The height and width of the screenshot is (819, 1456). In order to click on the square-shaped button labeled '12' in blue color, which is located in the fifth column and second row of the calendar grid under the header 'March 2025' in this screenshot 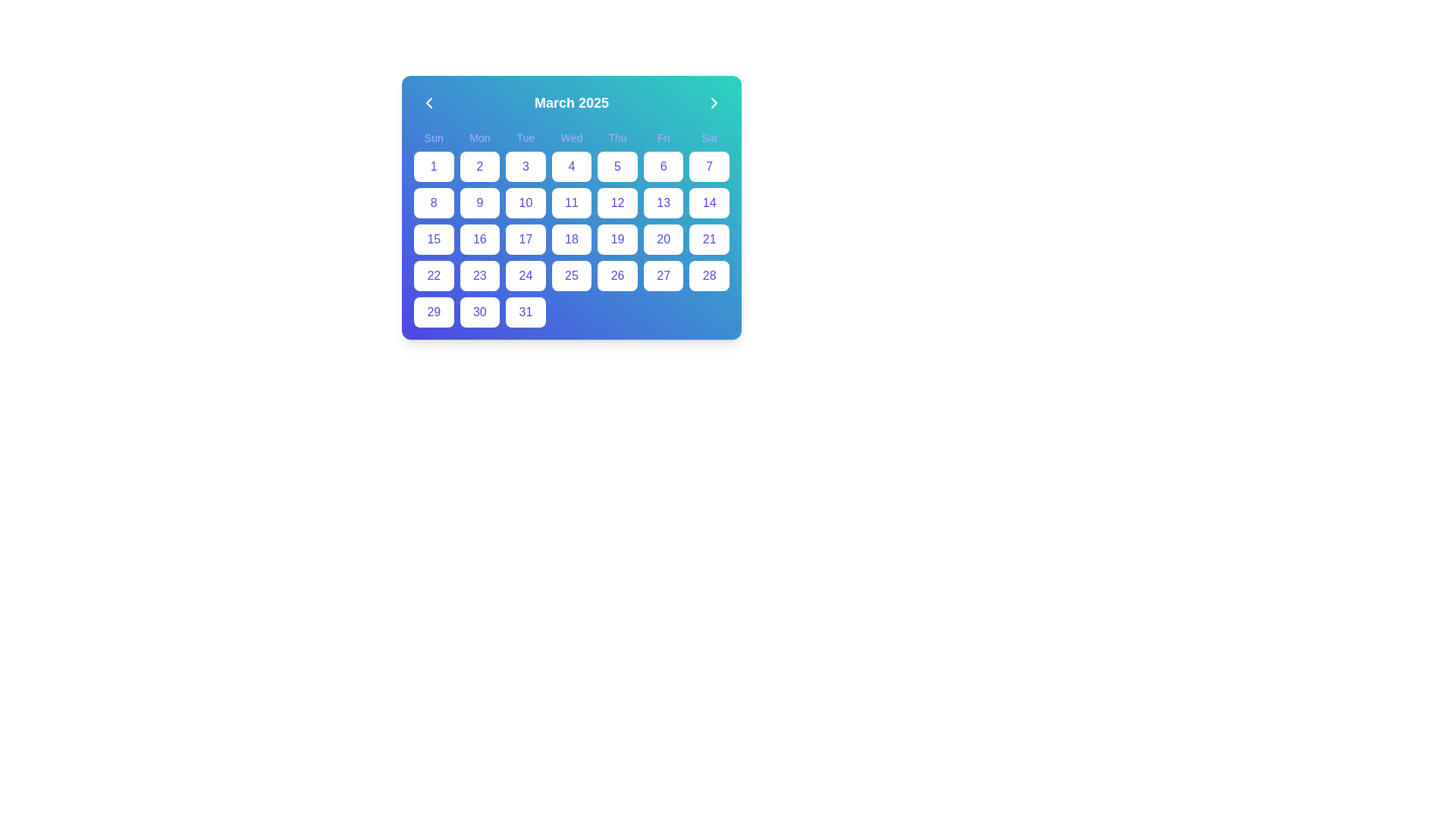, I will do `click(617, 202)`.